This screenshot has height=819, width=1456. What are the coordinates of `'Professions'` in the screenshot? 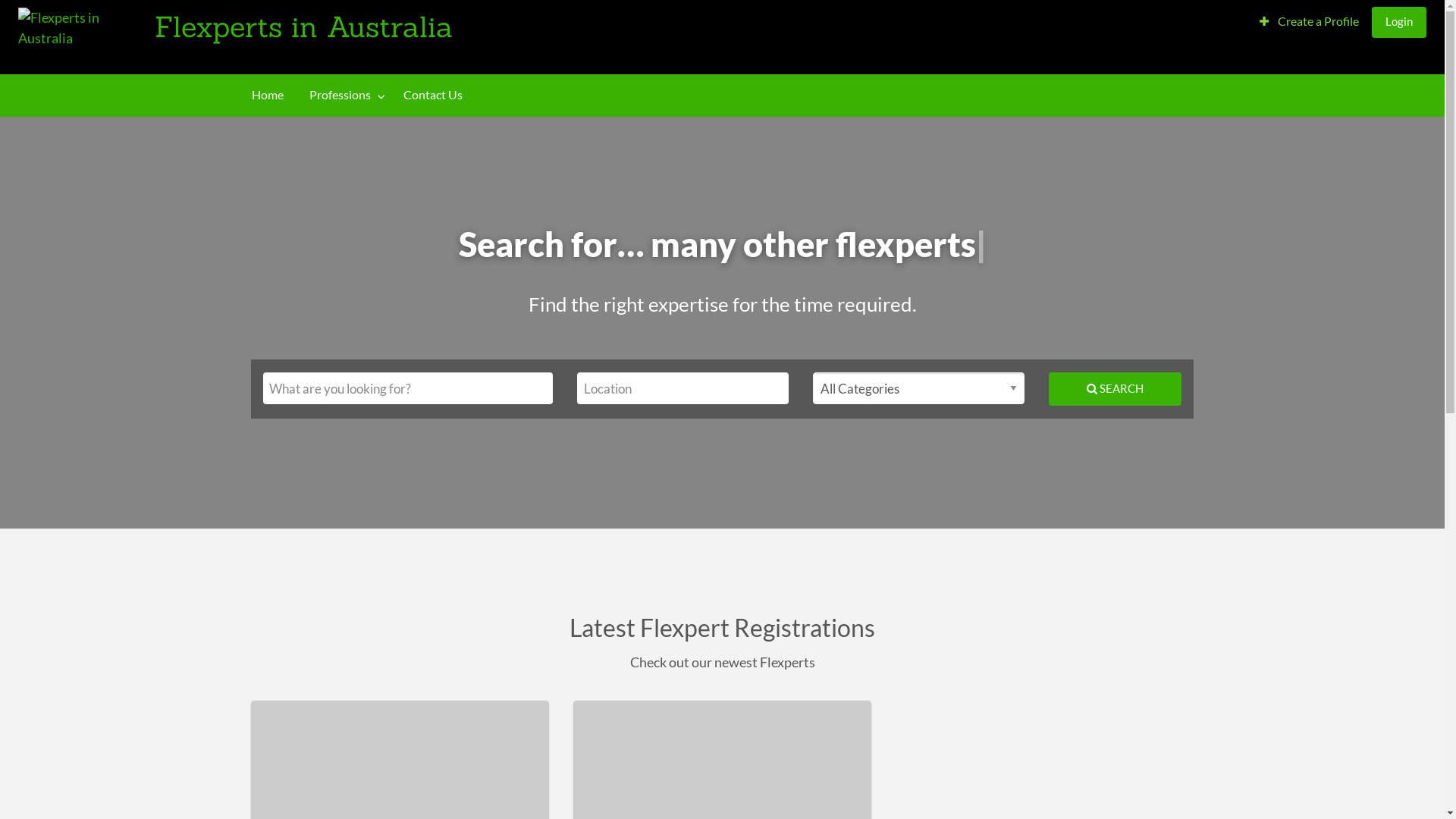 It's located at (342, 95).